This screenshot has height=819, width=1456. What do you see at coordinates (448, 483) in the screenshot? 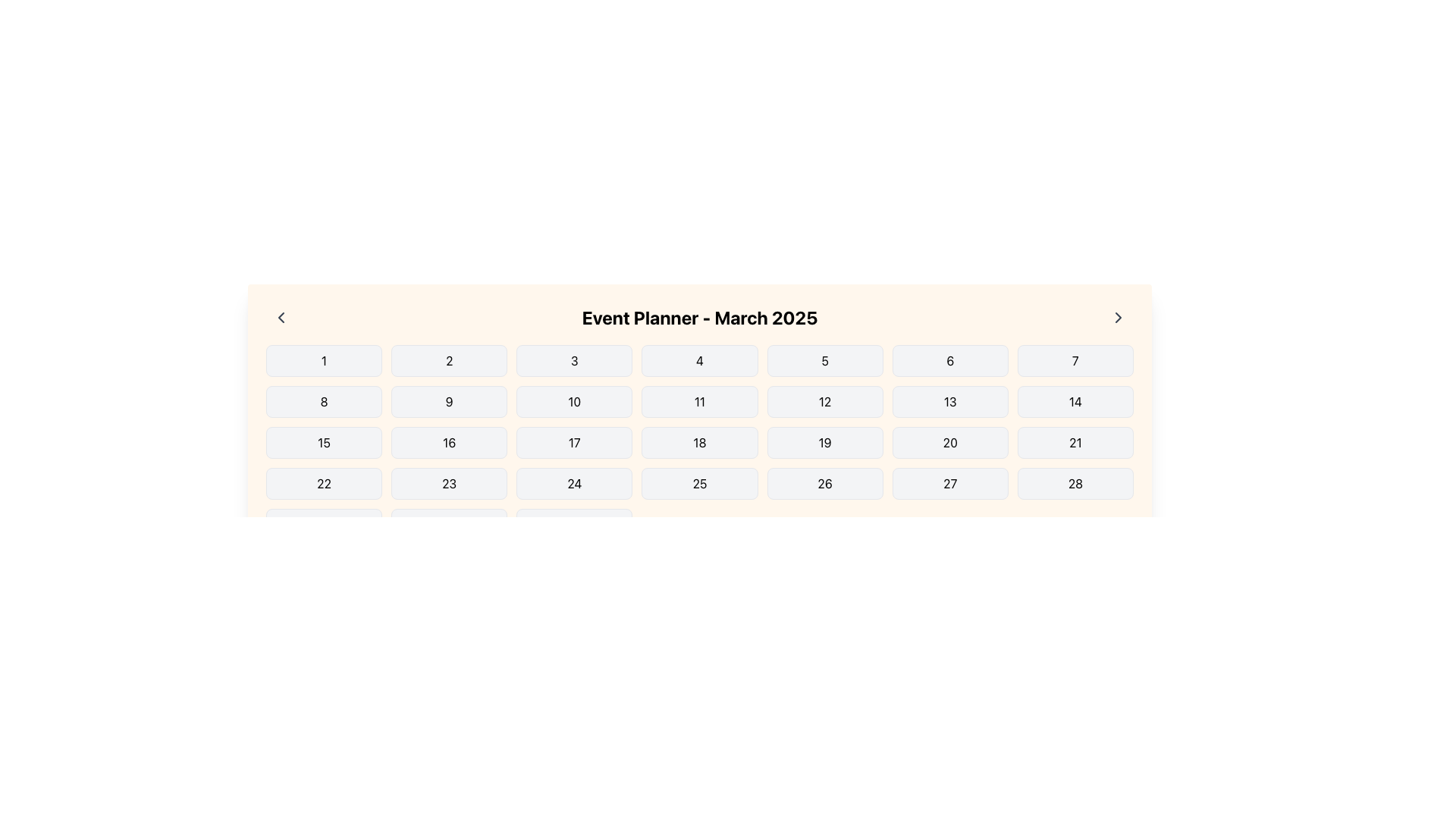
I see `the button representing the 23rd day in the calendar interface for a calendar-specific action` at bounding box center [448, 483].